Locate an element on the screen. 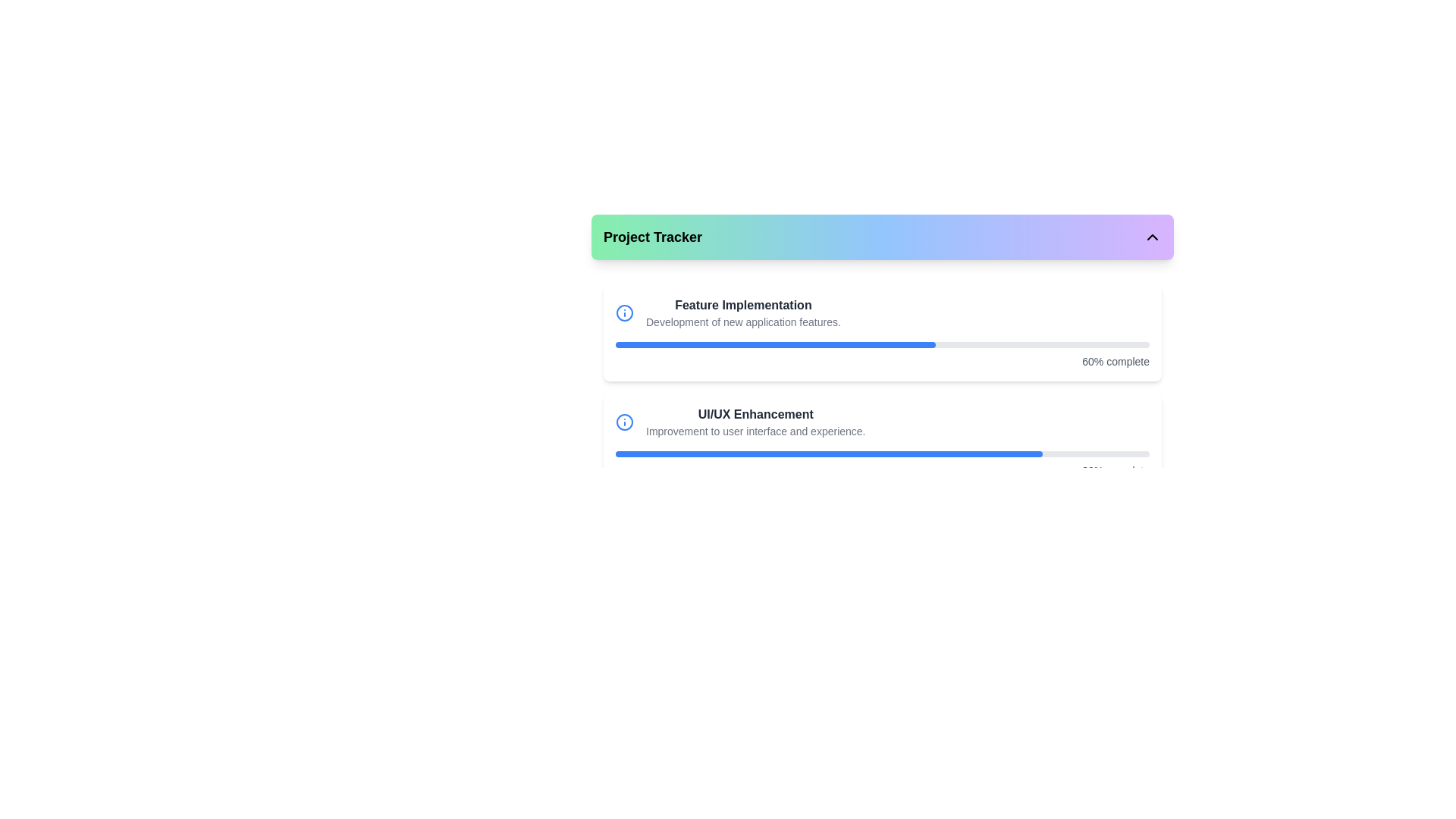 Image resolution: width=1456 pixels, height=819 pixels. the text label that displays 'Improvement to user interface and experience.', which is styled in gray and positioned below the heading 'UI/UX Enhancement' is located at coordinates (755, 431).